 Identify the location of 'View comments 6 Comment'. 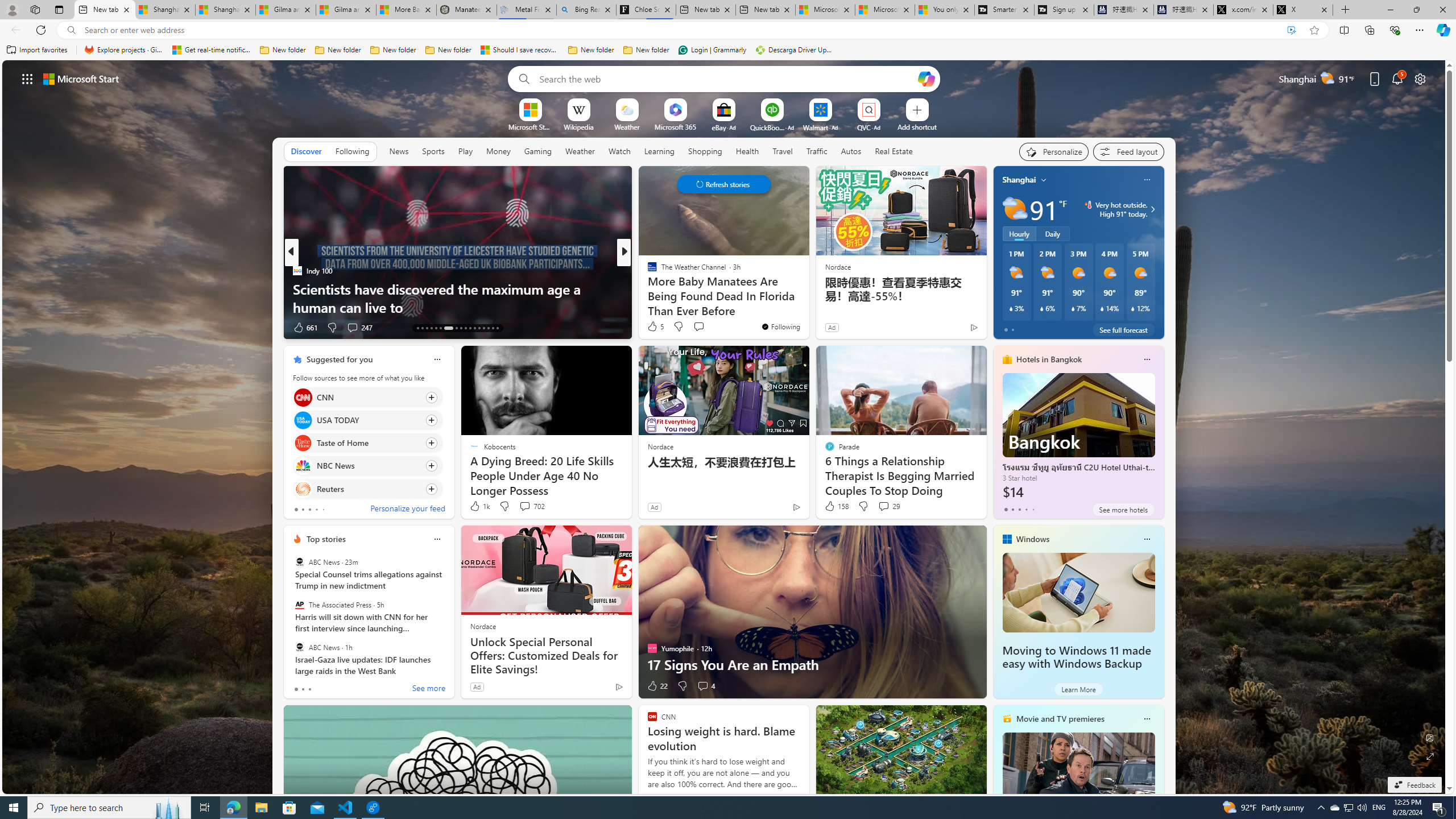
(705, 327).